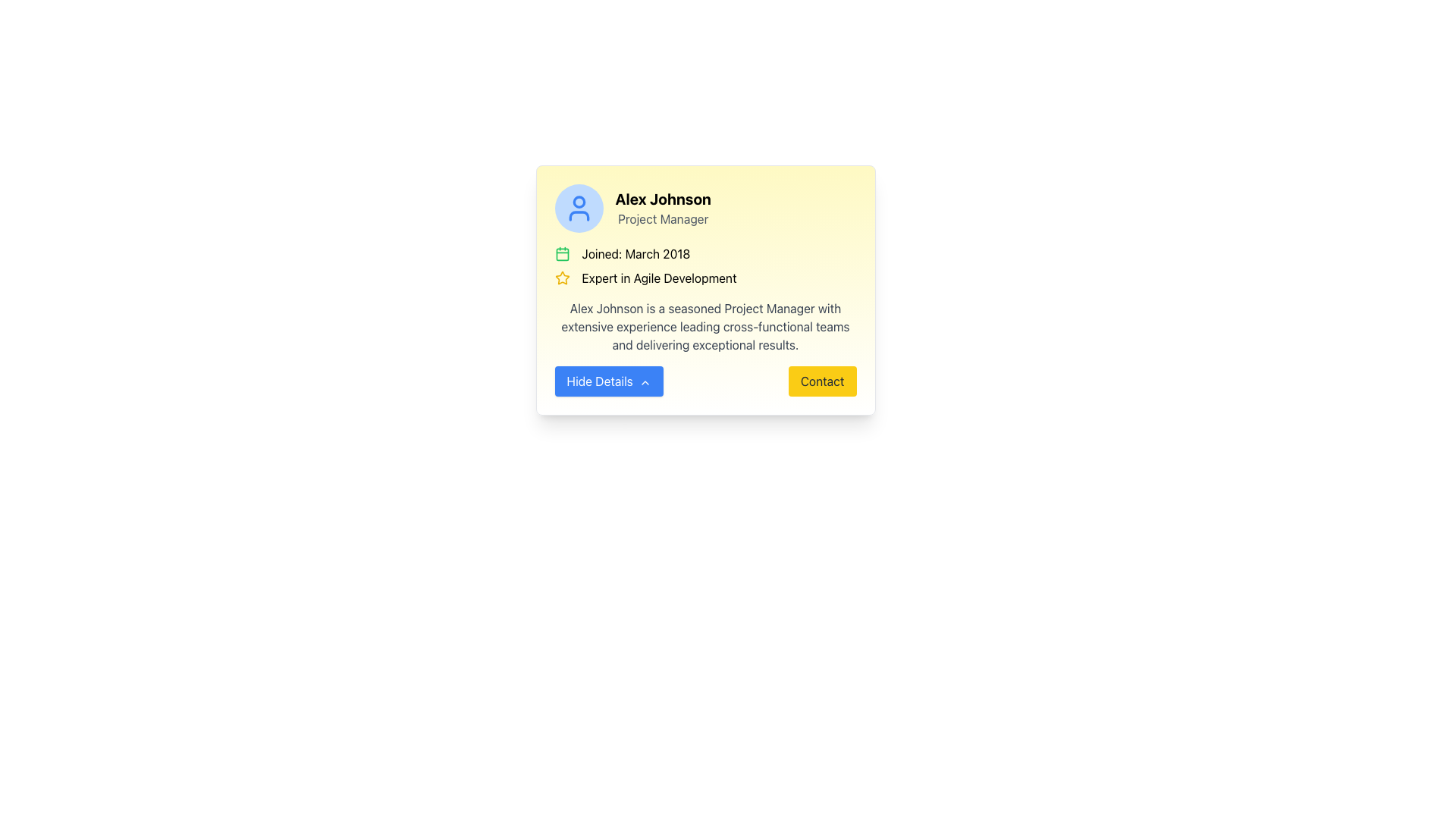  I want to click on the circular avatar icon featuring a user silhouette in blue, located at the top-left of the profile card for 'Alex Johnson', so click(578, 208).